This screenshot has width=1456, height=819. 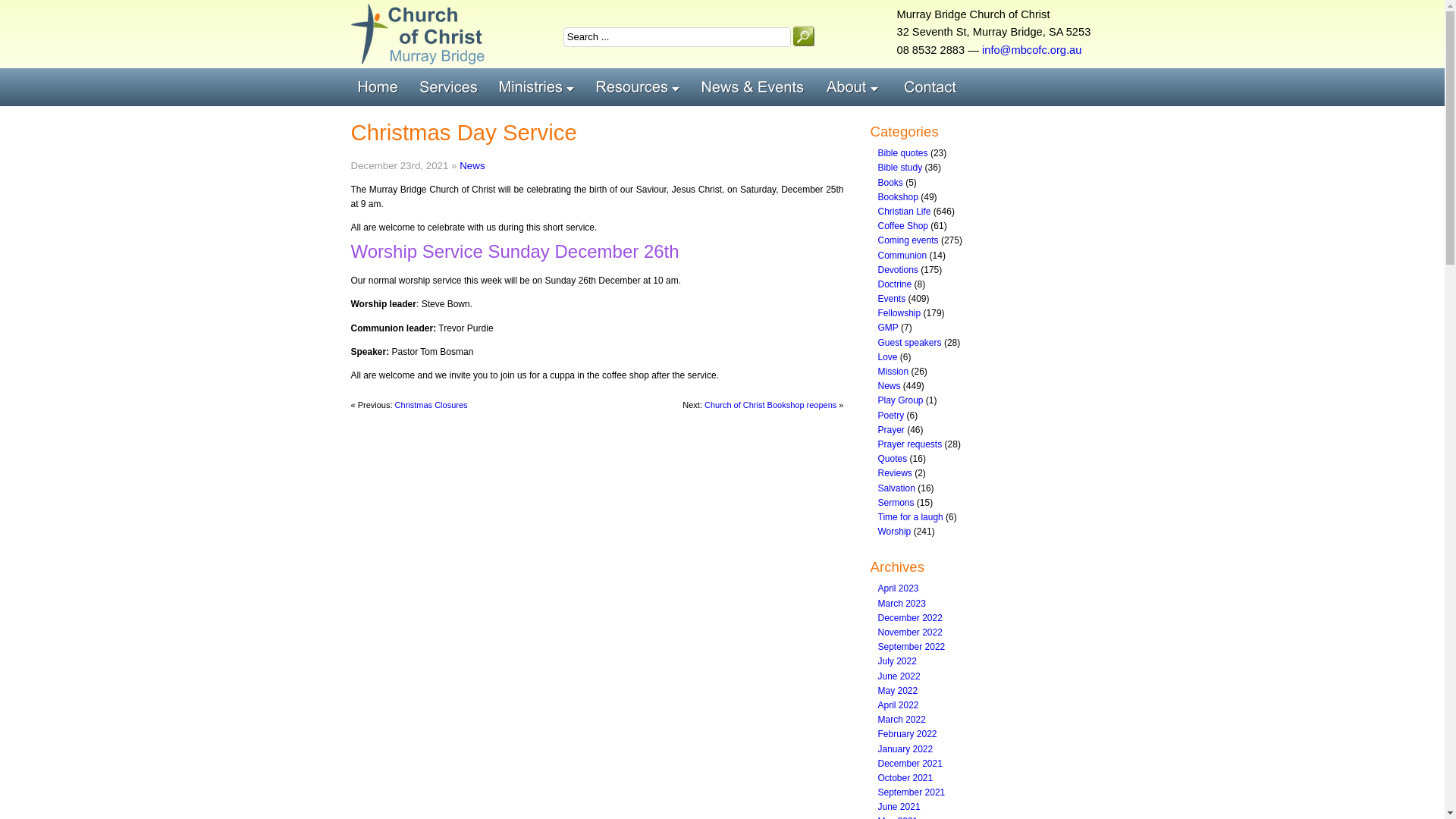 I want to click on 'Quotes', so click(x=893, y=458).